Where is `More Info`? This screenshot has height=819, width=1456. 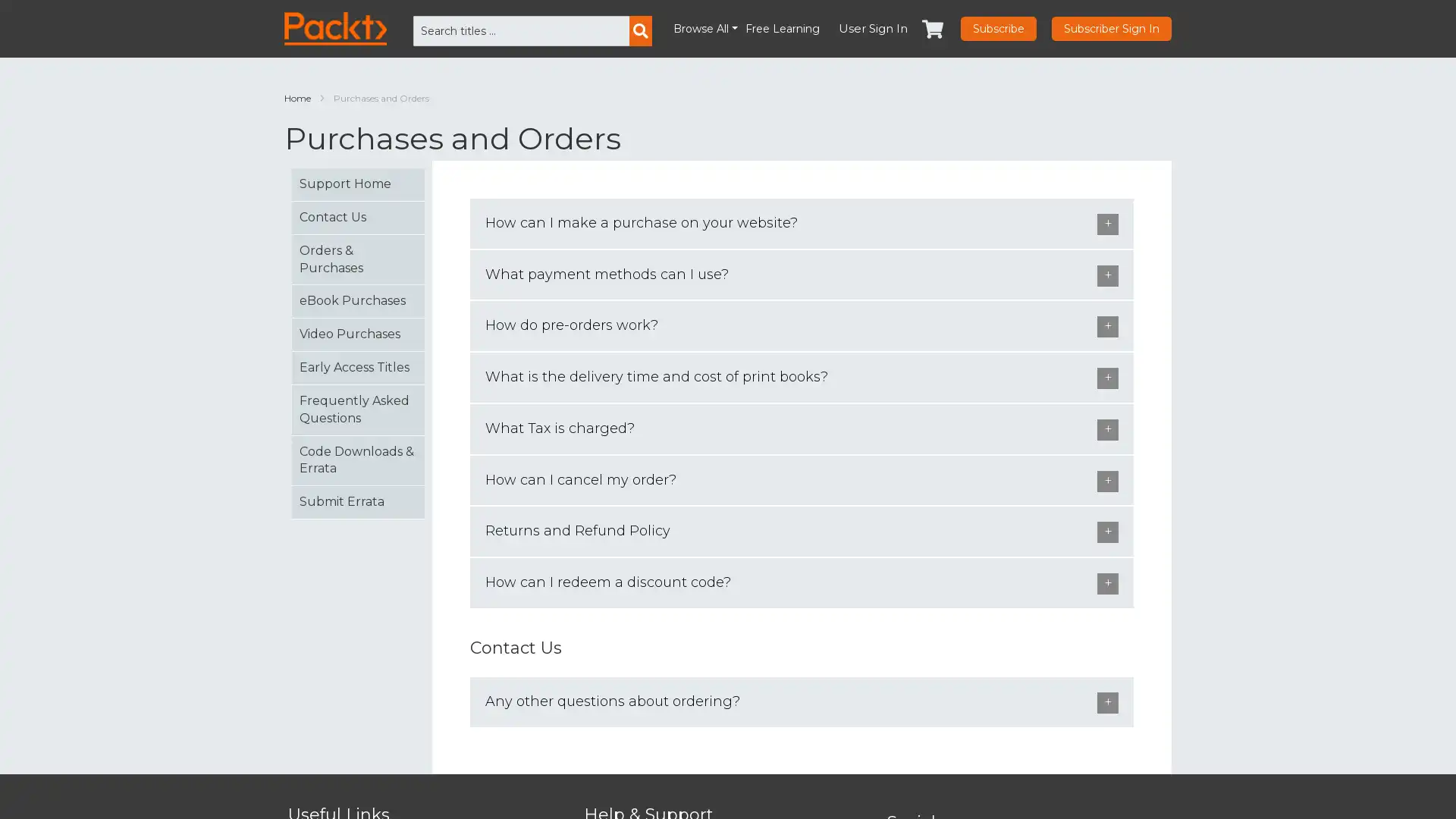
More Info is located at coordinates (1240, 786).